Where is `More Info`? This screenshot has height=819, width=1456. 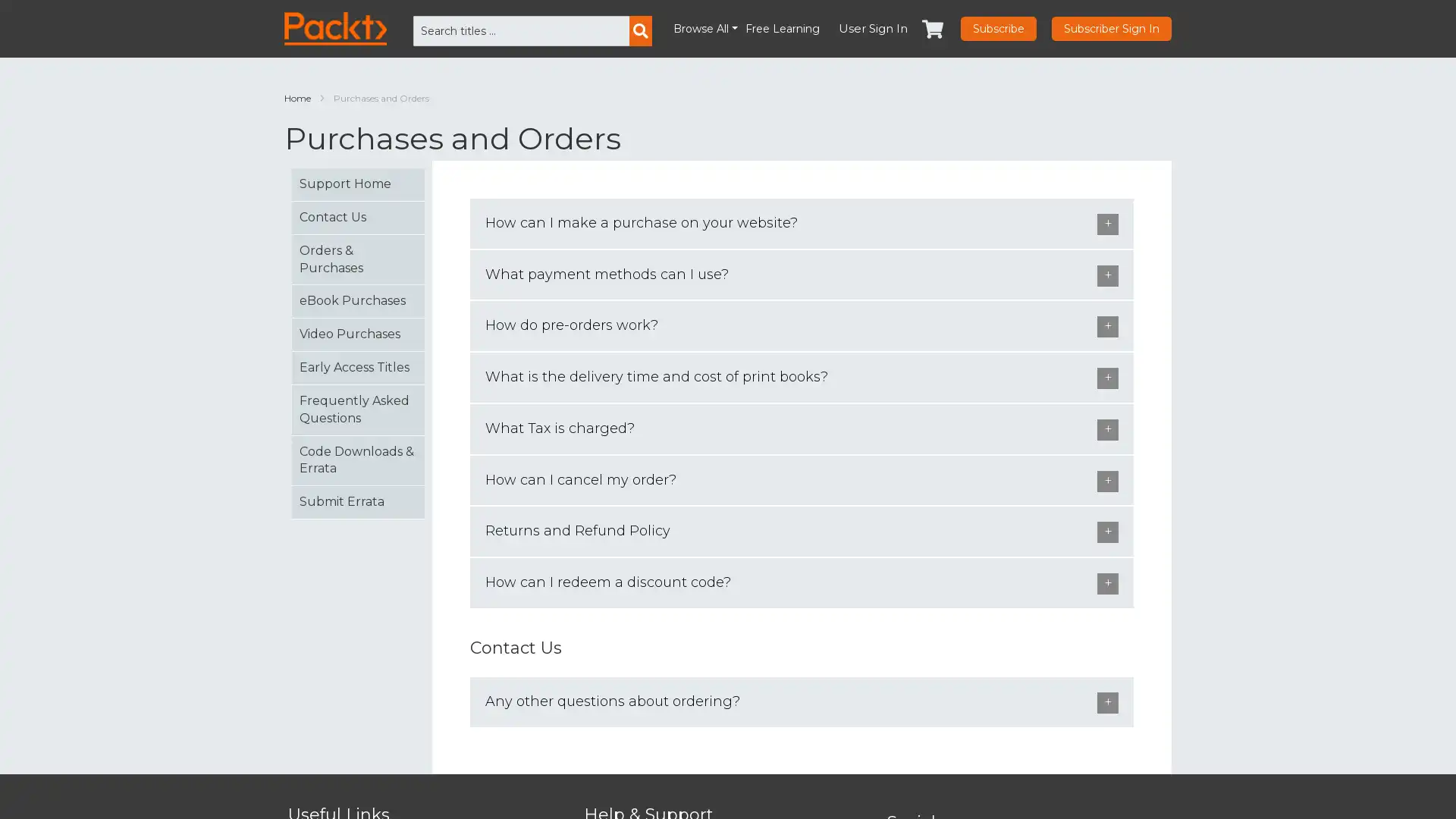
More Info is located at coordinates (1240, 786).